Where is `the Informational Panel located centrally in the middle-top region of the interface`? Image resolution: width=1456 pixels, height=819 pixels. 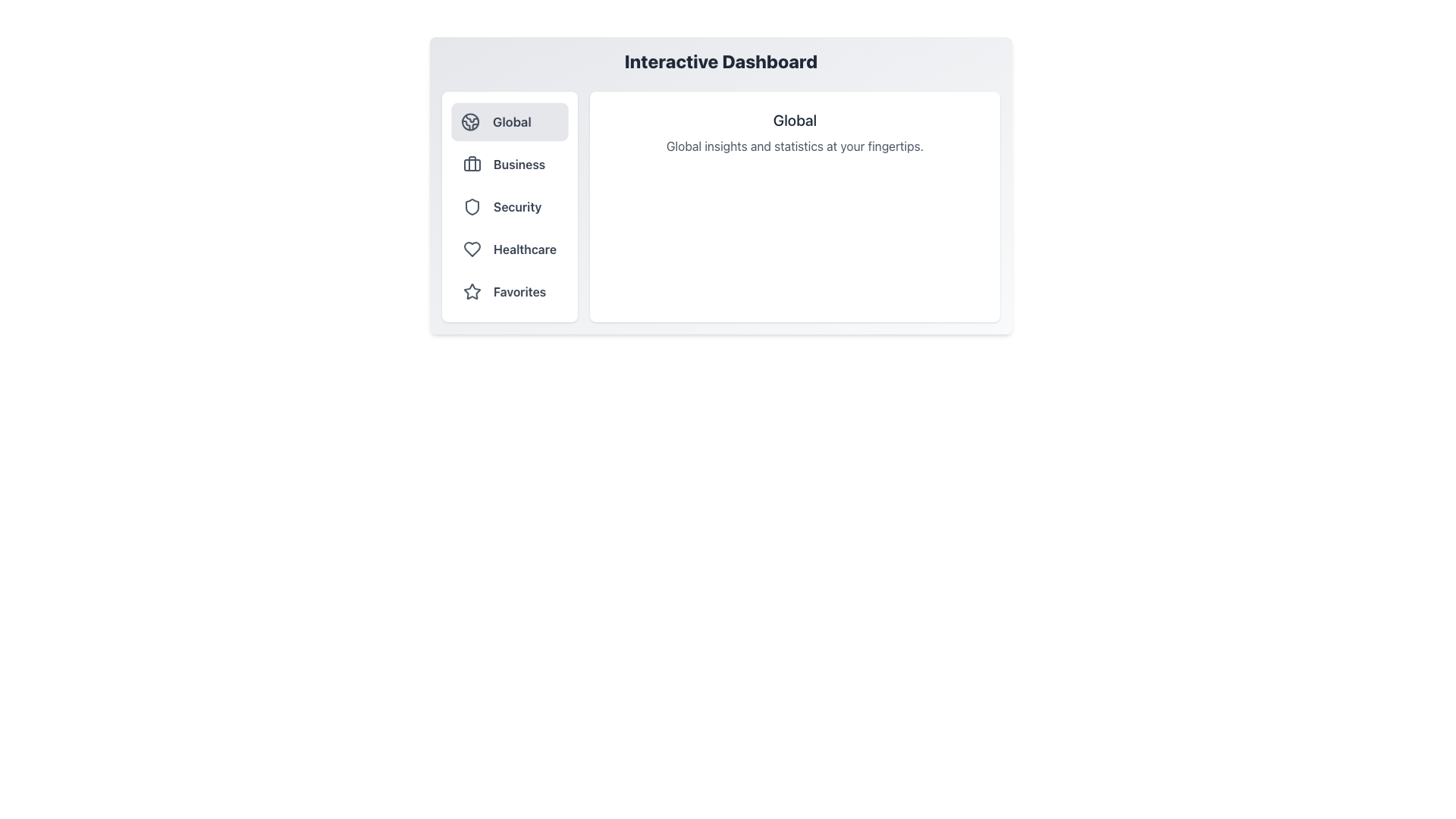
the Informational Panel located centrally in the middle-top region of the interface is located at coordinates (720, 185).